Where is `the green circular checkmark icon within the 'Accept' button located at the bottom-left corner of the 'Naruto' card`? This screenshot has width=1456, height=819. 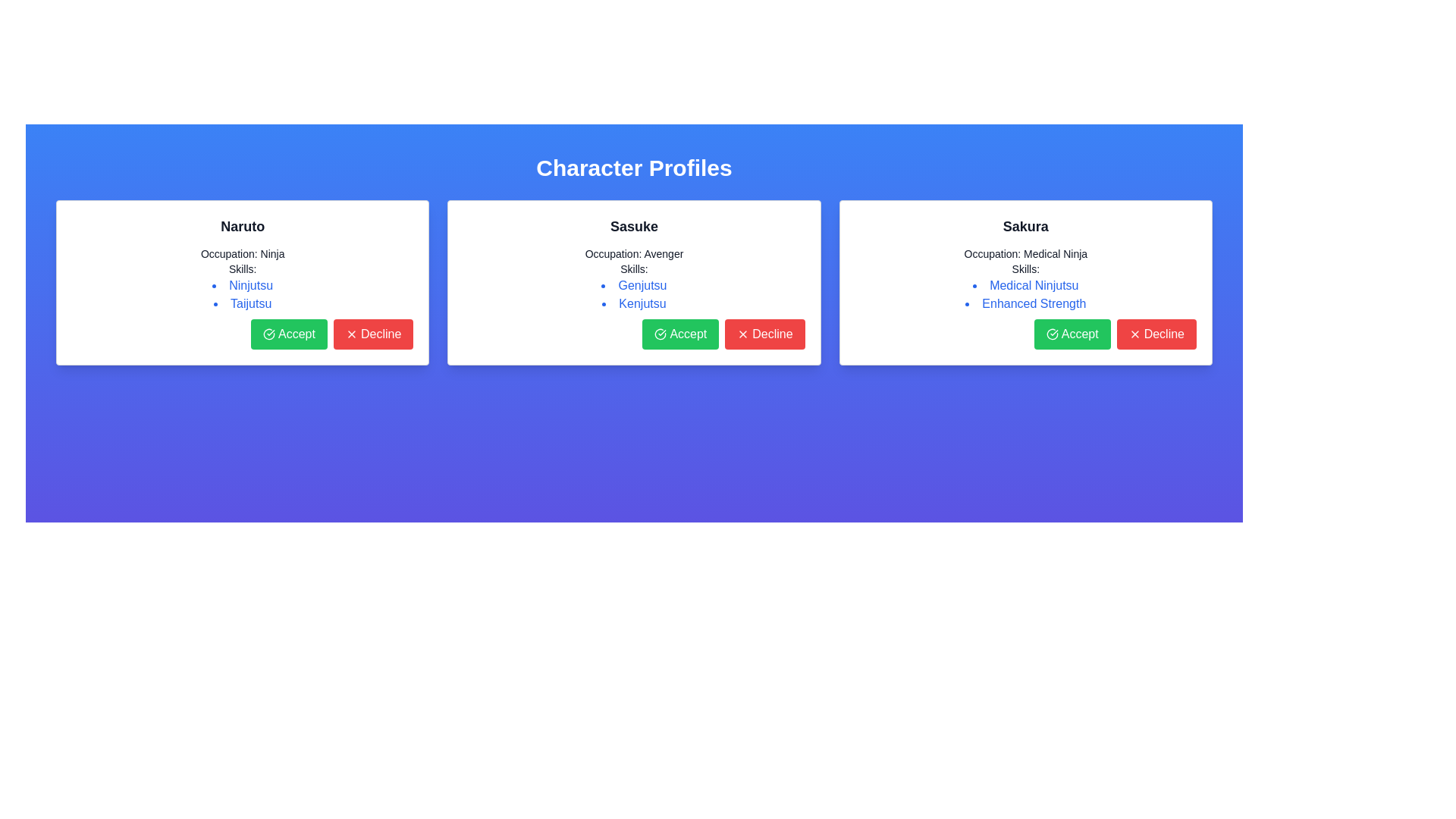 the green circular checkmark icon within the 'Accept' button located at the bottom-left corner of the 'Naruto' card is located at coordinates (269, 333).